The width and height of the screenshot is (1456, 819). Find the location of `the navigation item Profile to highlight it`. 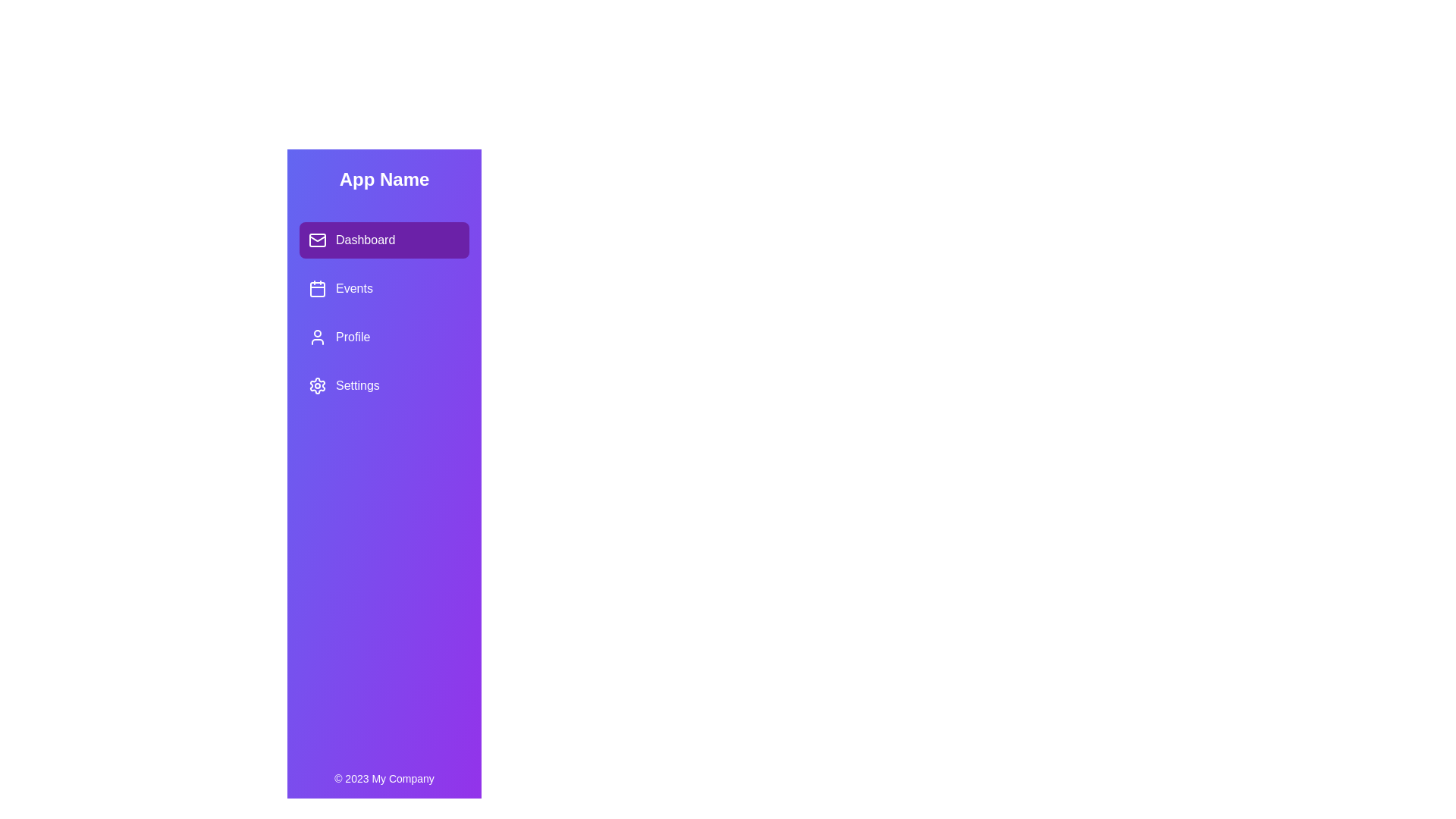

the navigation item Profile to highlight it is located at coordinates (384, 336).